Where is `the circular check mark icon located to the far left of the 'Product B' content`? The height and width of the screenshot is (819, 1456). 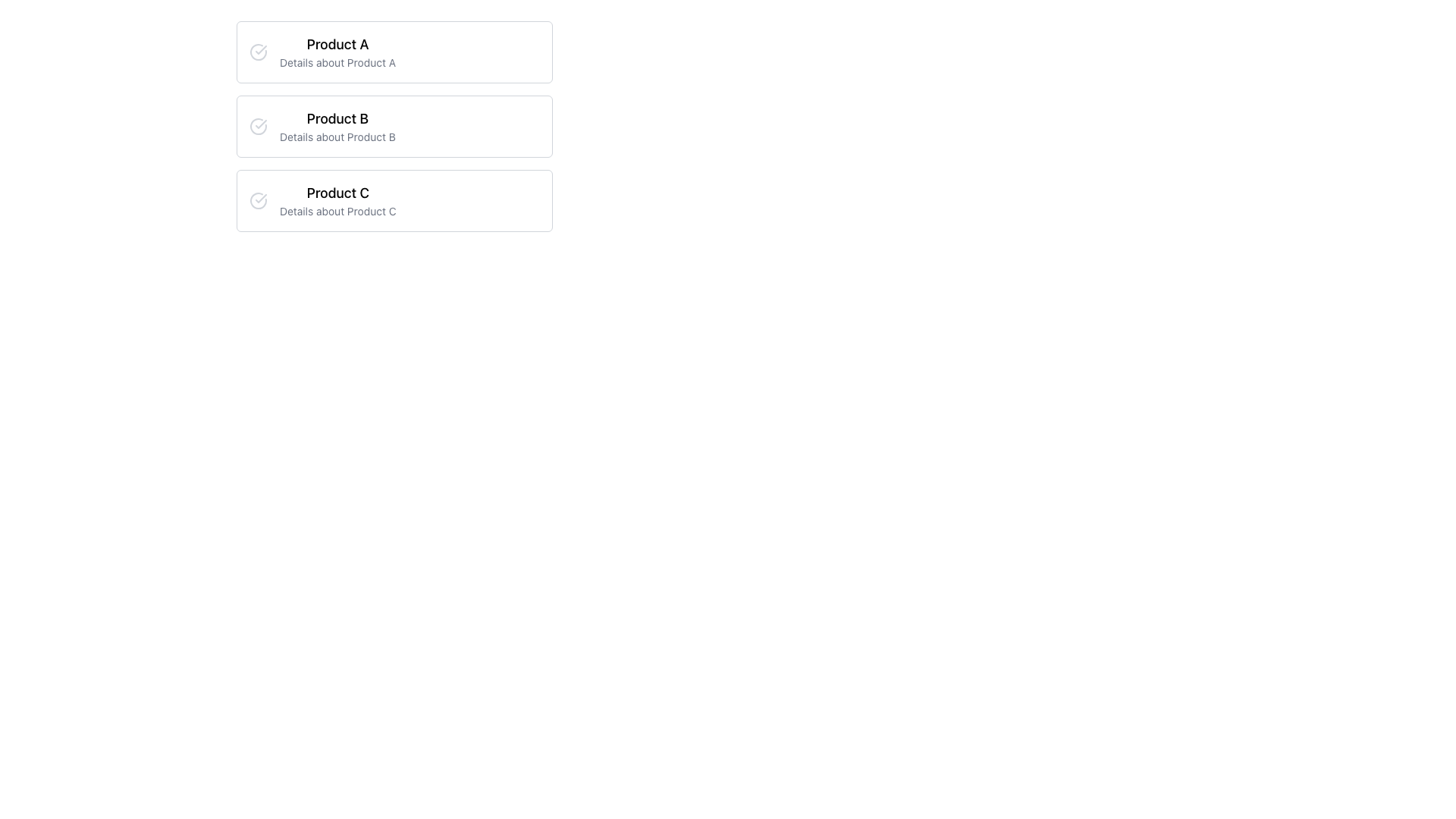
the circular check mark icon located to the far left of the 'Product B' content is located at coordinates (258, 125).